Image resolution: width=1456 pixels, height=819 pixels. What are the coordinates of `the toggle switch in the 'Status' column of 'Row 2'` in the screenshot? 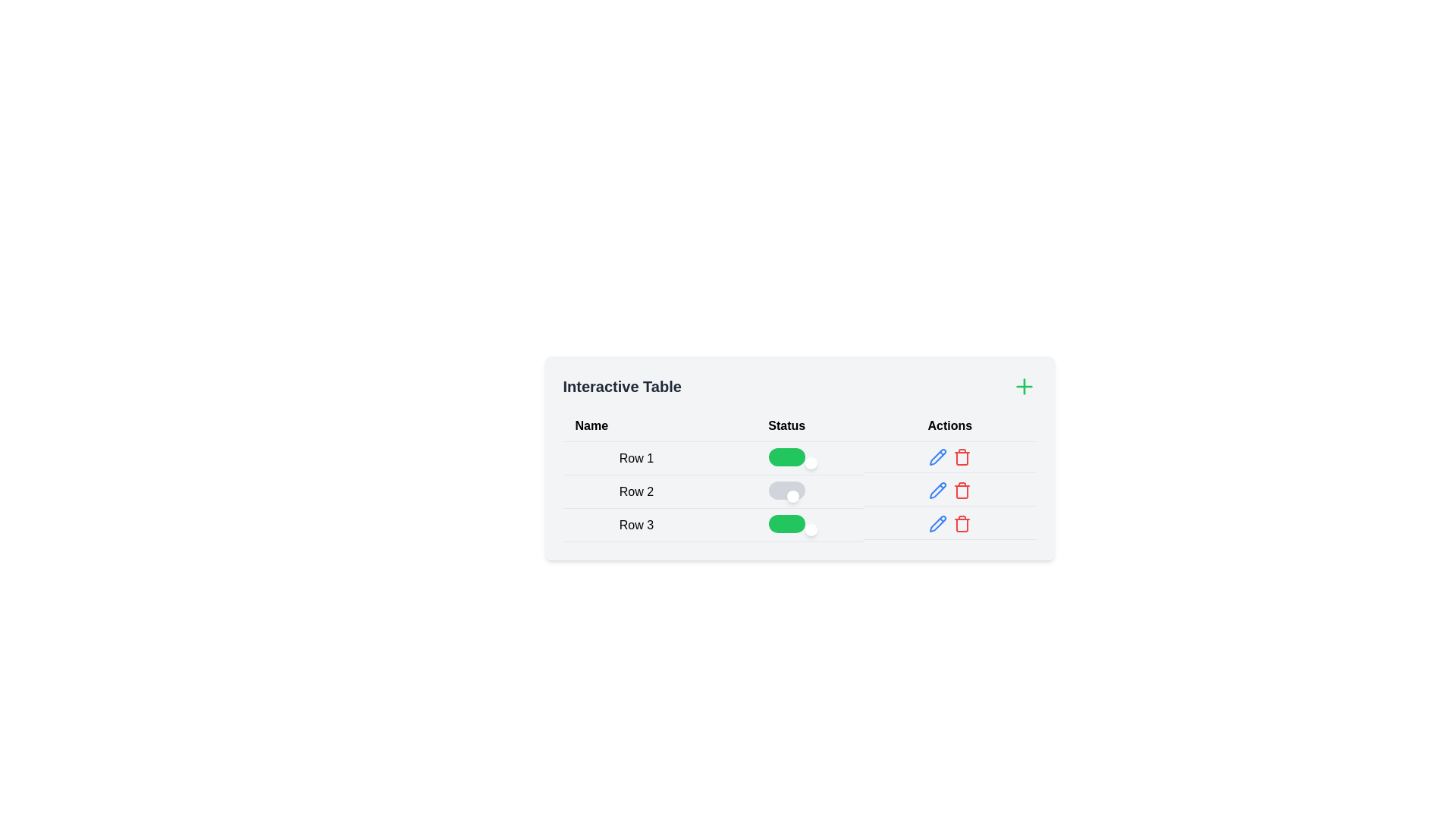 It's located at (786, 491).